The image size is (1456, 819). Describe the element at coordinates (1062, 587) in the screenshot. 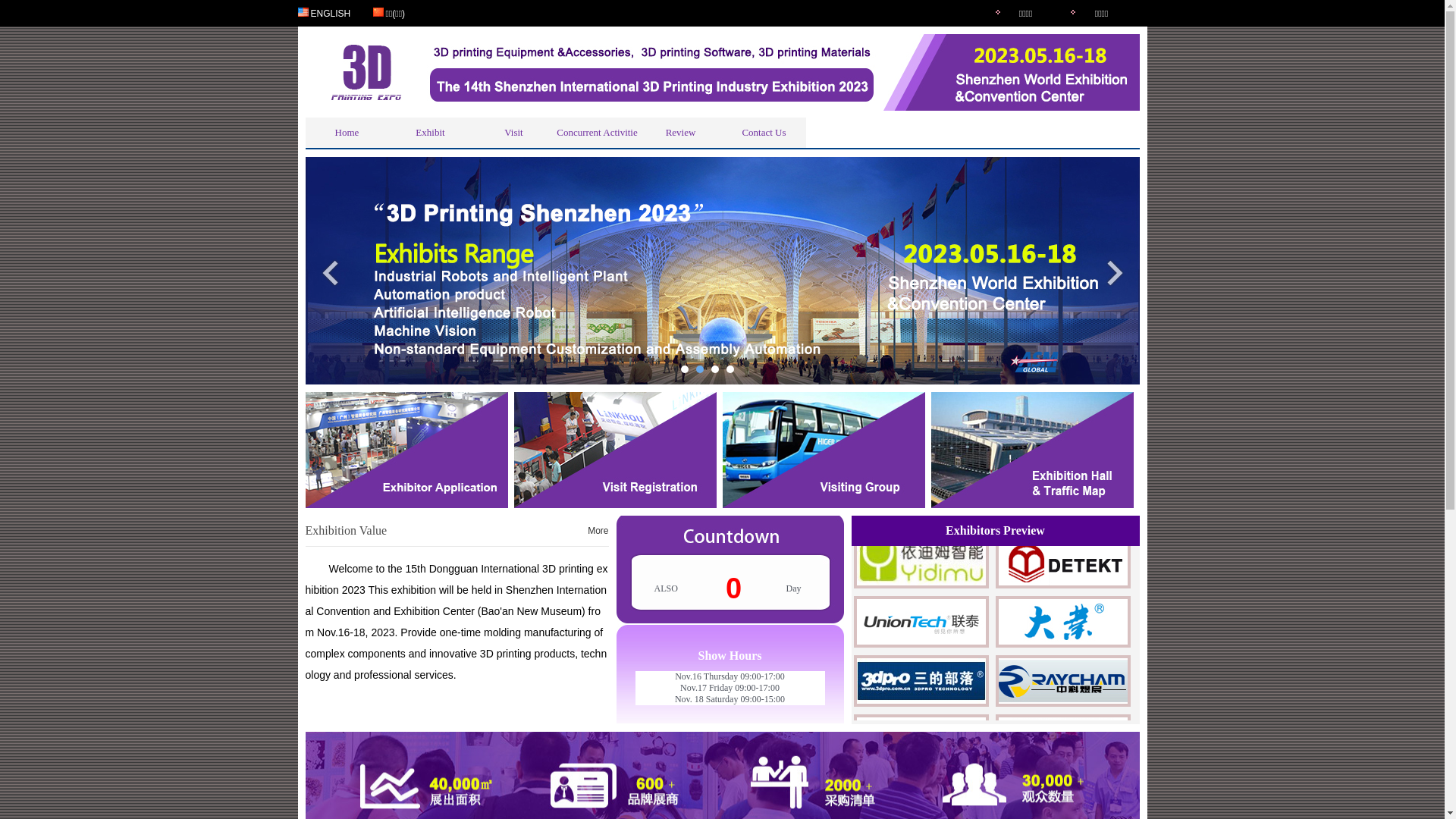

I see `'detekt'` at that location.